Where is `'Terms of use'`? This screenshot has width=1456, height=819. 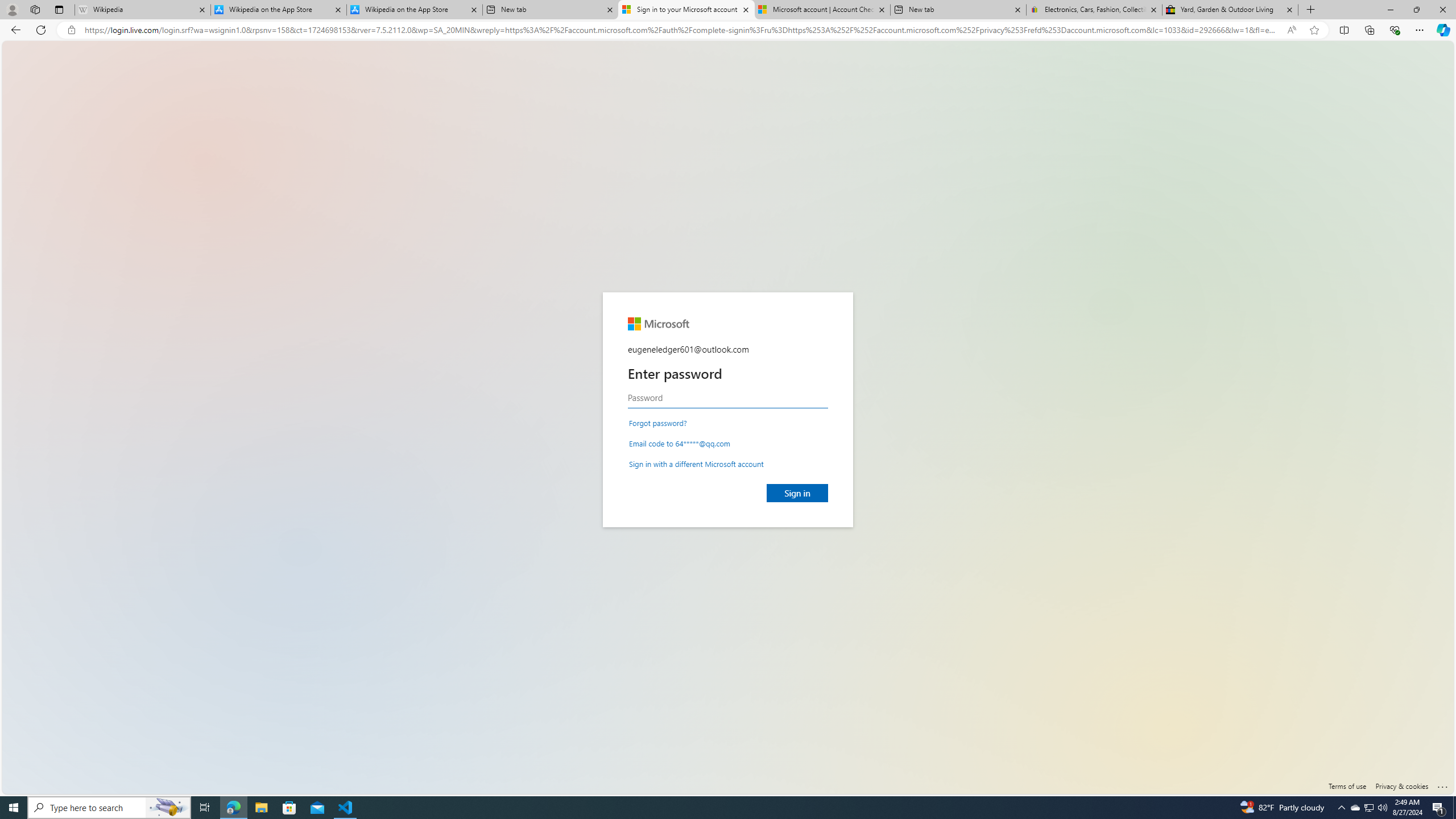
'Terms of use' is located at coordinates (1347, 785).